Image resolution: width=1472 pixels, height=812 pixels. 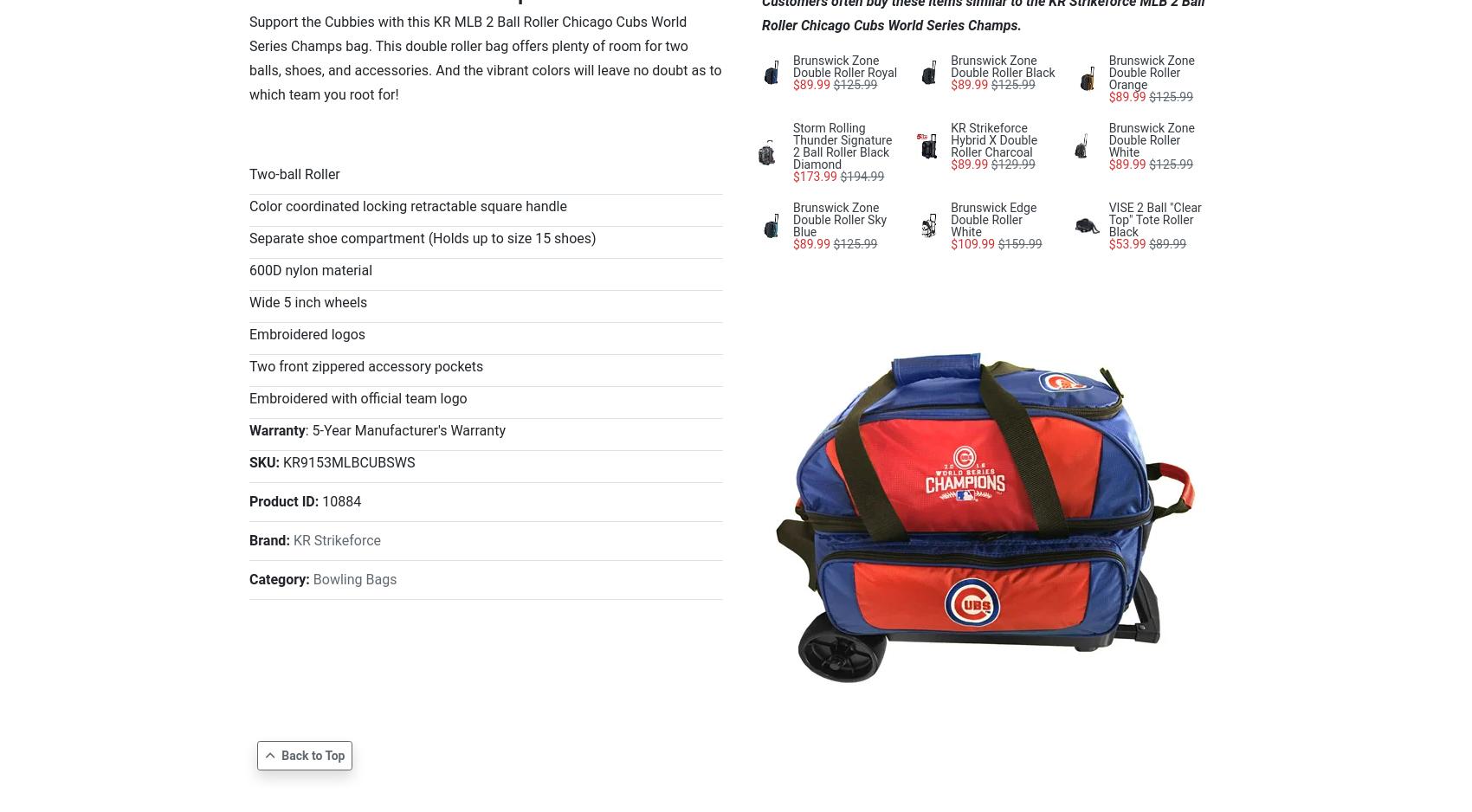 I want to click on '600D nylon material', so click(x=310, y=269).